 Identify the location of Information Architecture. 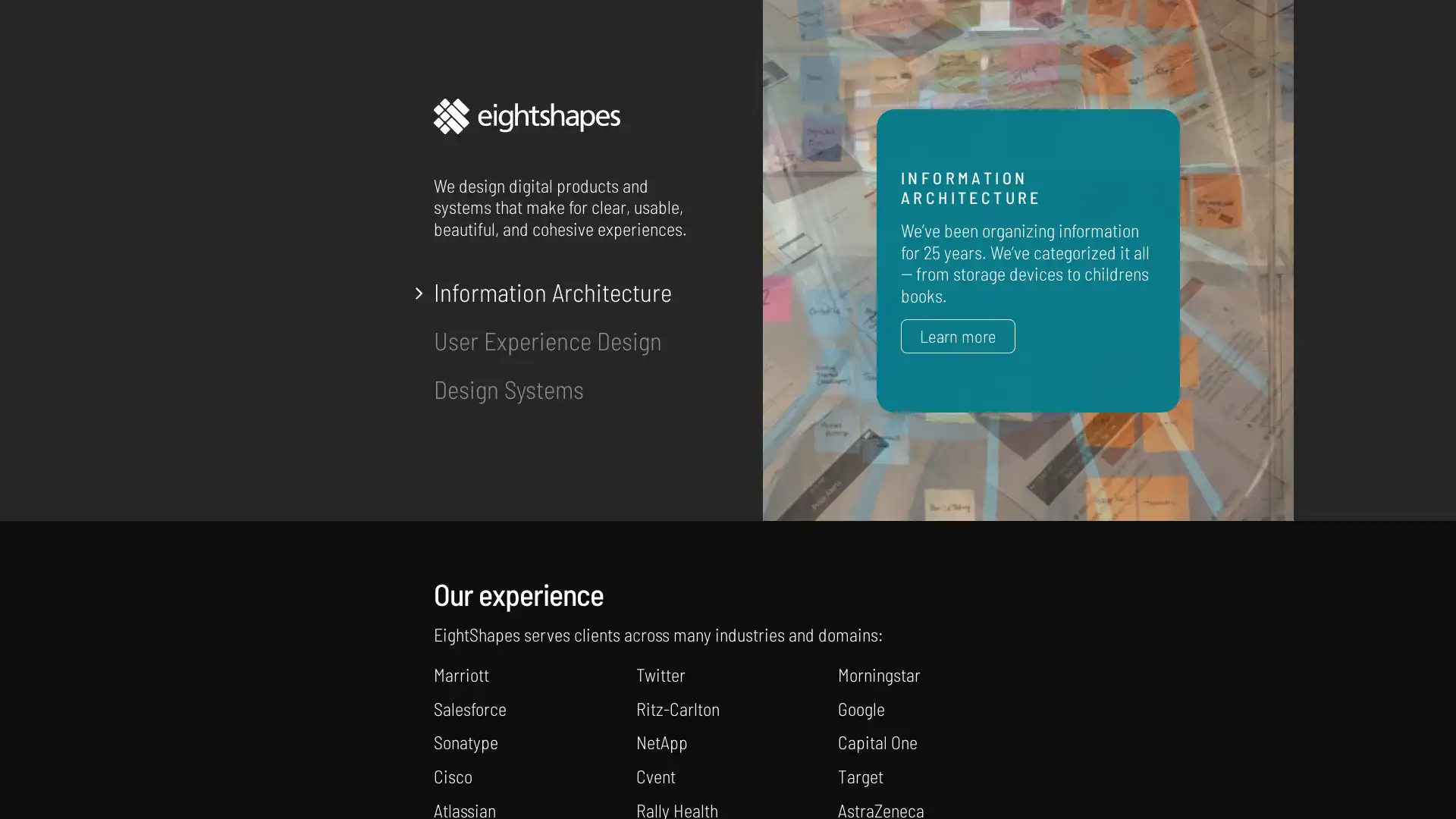
(552, 292).